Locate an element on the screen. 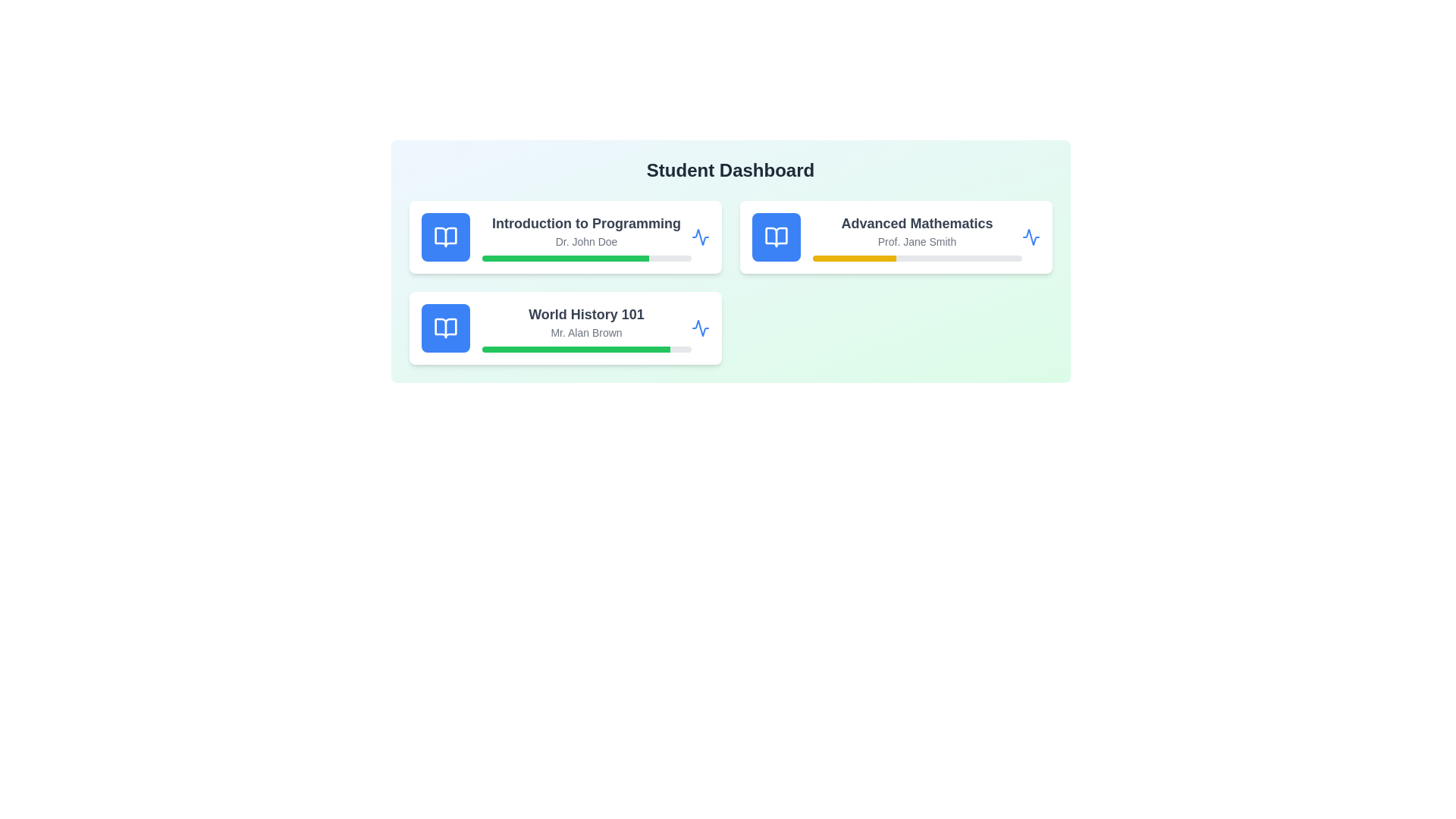  the course card for Introduction to Programming is located at coordinates (564, 237).